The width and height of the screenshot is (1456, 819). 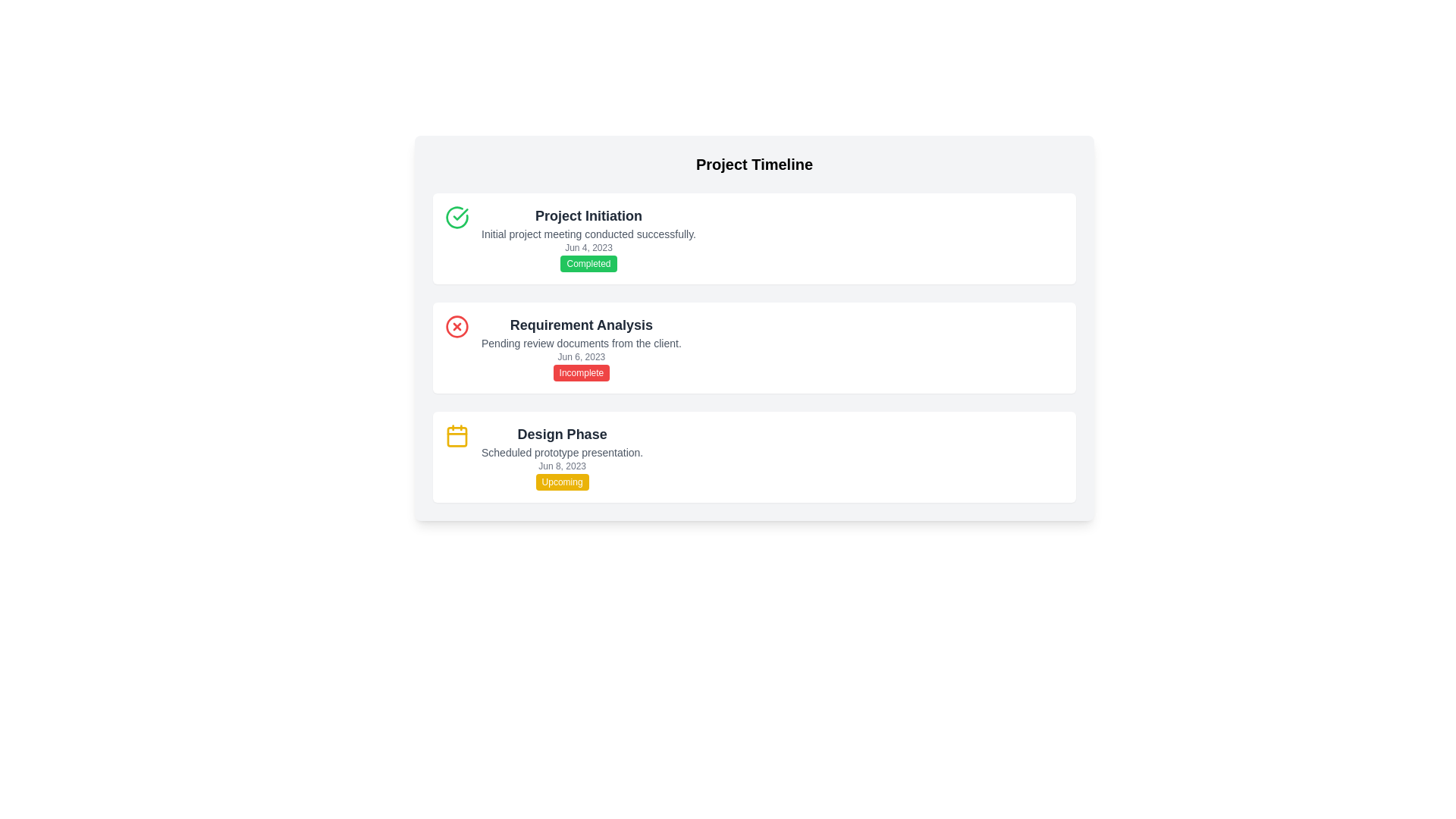 I want to click on the 'Incomplete' badge located at the bottom-right of the second card in the vertical list of project phases, beneath the text 'Jun 6, 2023' in the 'Requirement Analysis' section, so click(x=580, y=373).